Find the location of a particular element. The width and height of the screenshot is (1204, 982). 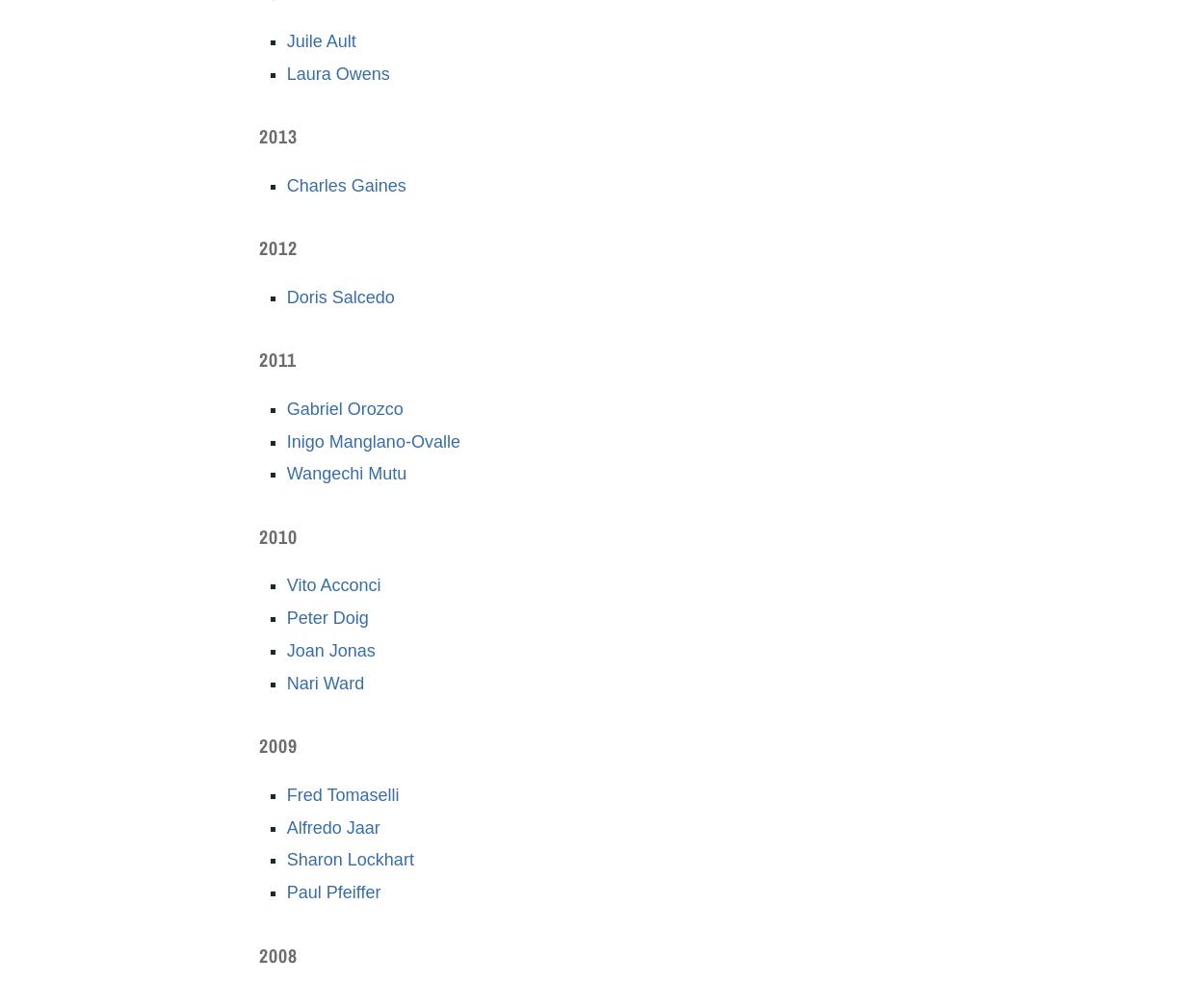

'Fred Tomaselli' is located at coordinates (341, 793).